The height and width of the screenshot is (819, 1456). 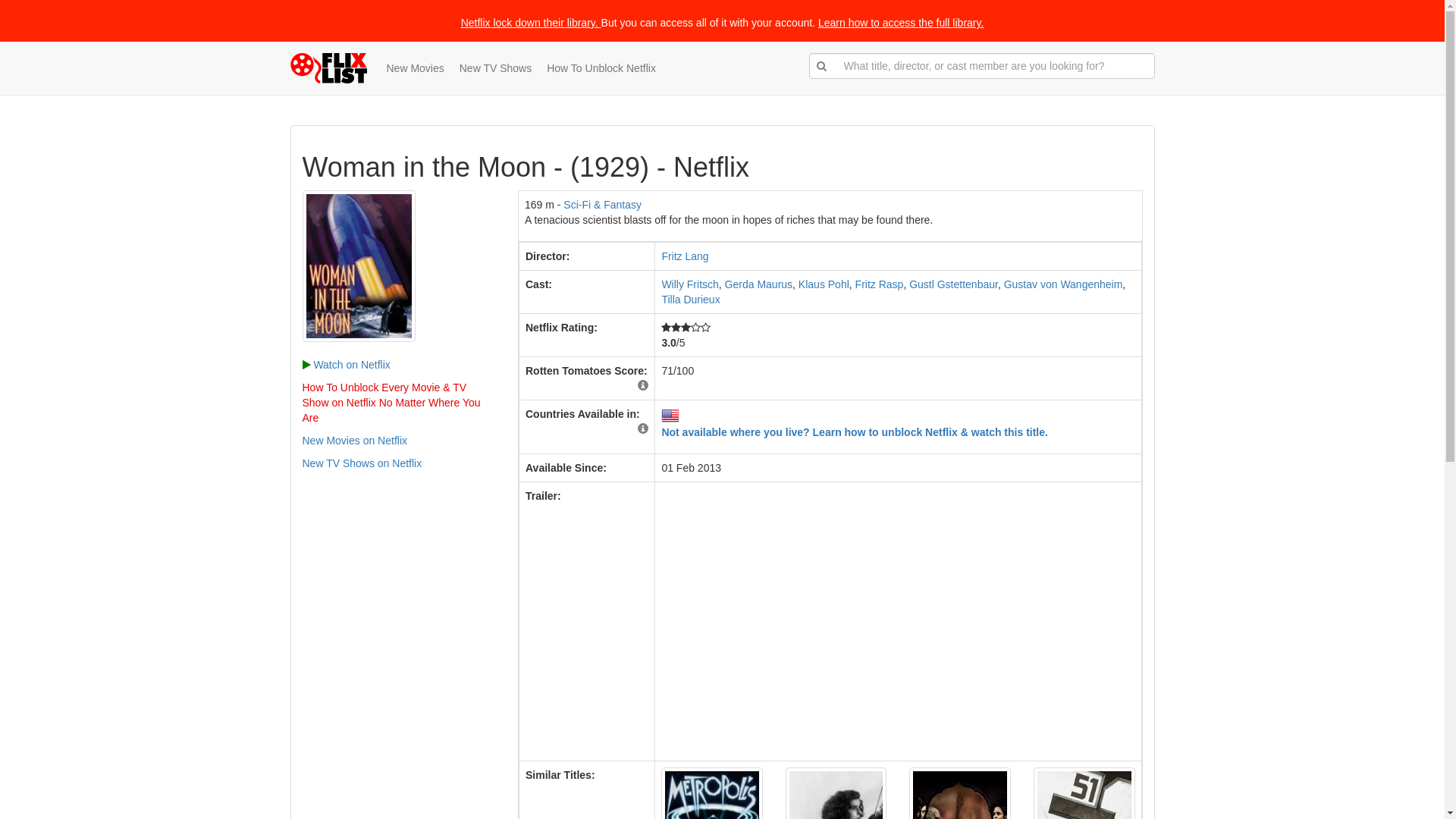 I want to click on 'Tilla Durieux', so click(x=661, y=299).